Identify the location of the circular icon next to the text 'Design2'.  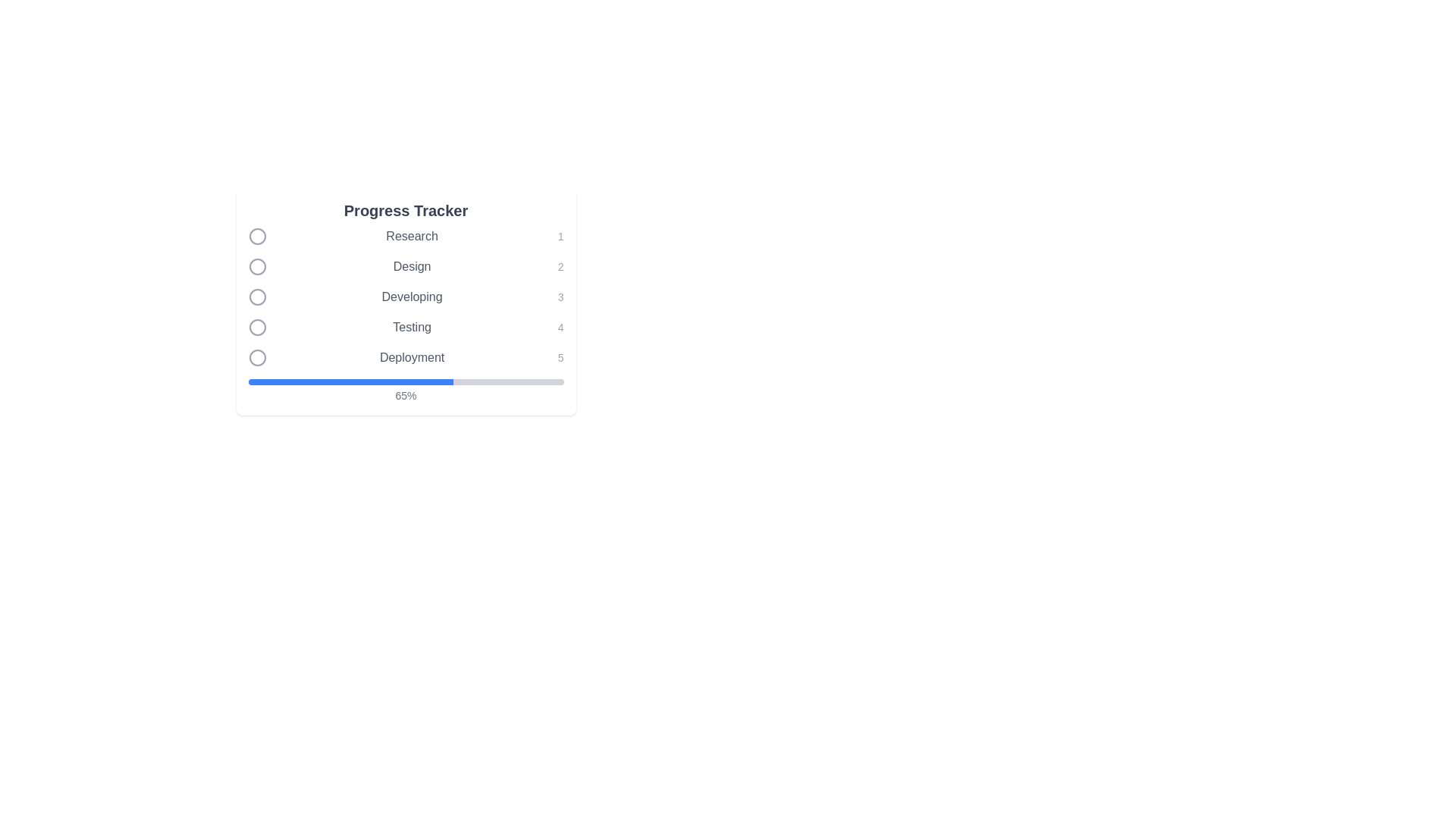
(257, 265).